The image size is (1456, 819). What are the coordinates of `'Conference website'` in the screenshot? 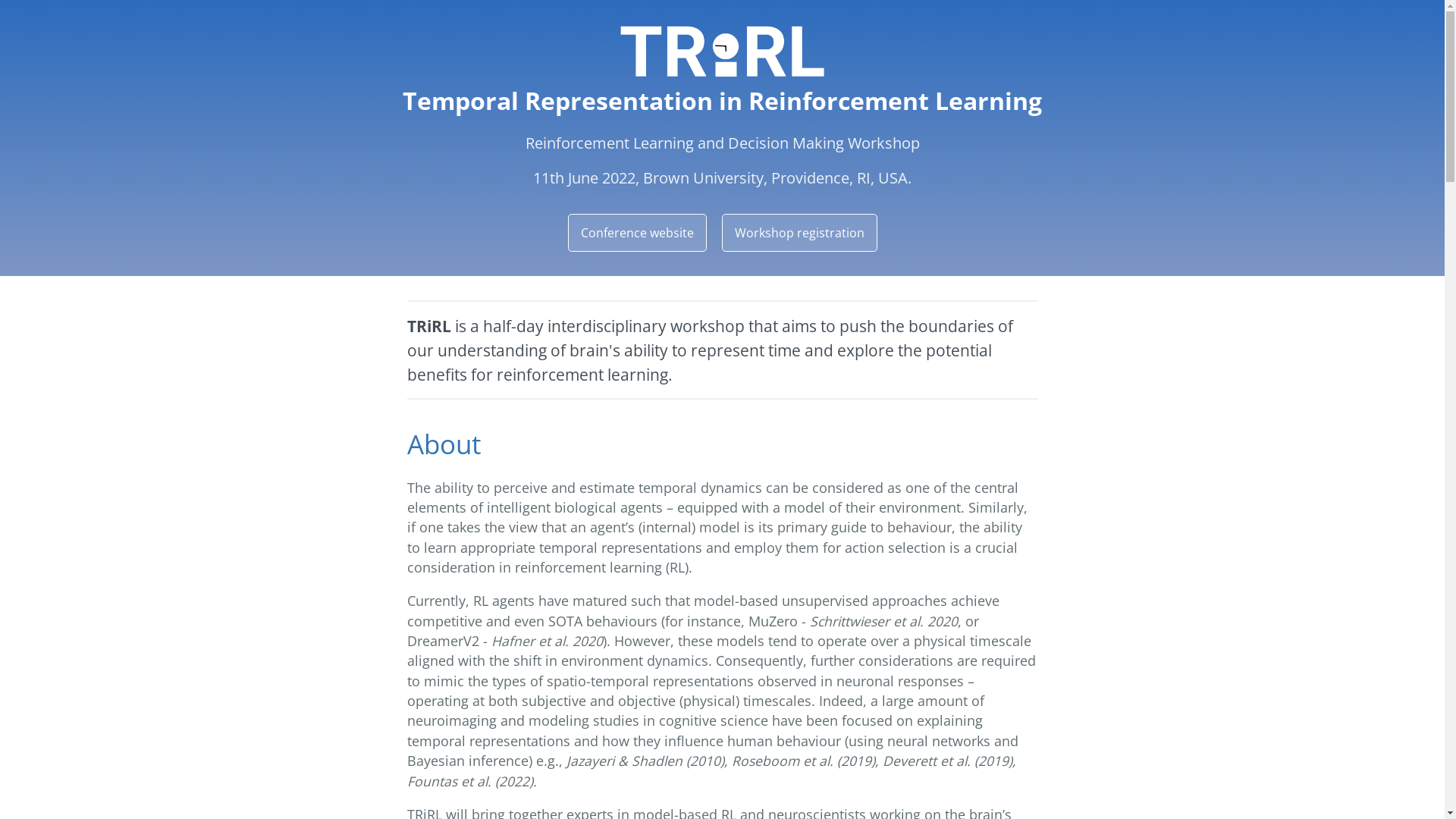 It's located at (636, 233).